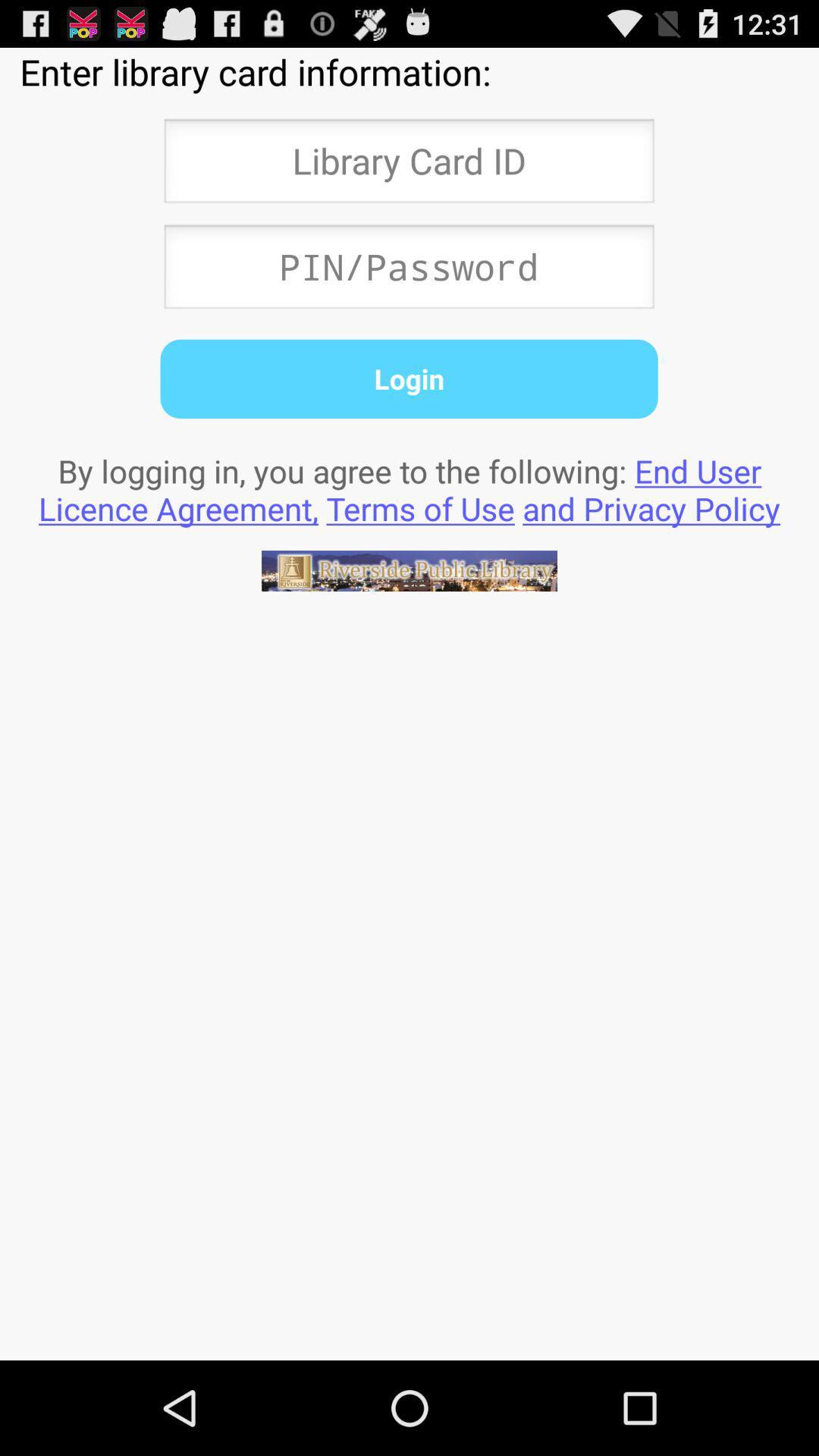 The height and width of the screenshot is (1456, 819). I want to click on login, so click(408, 378).